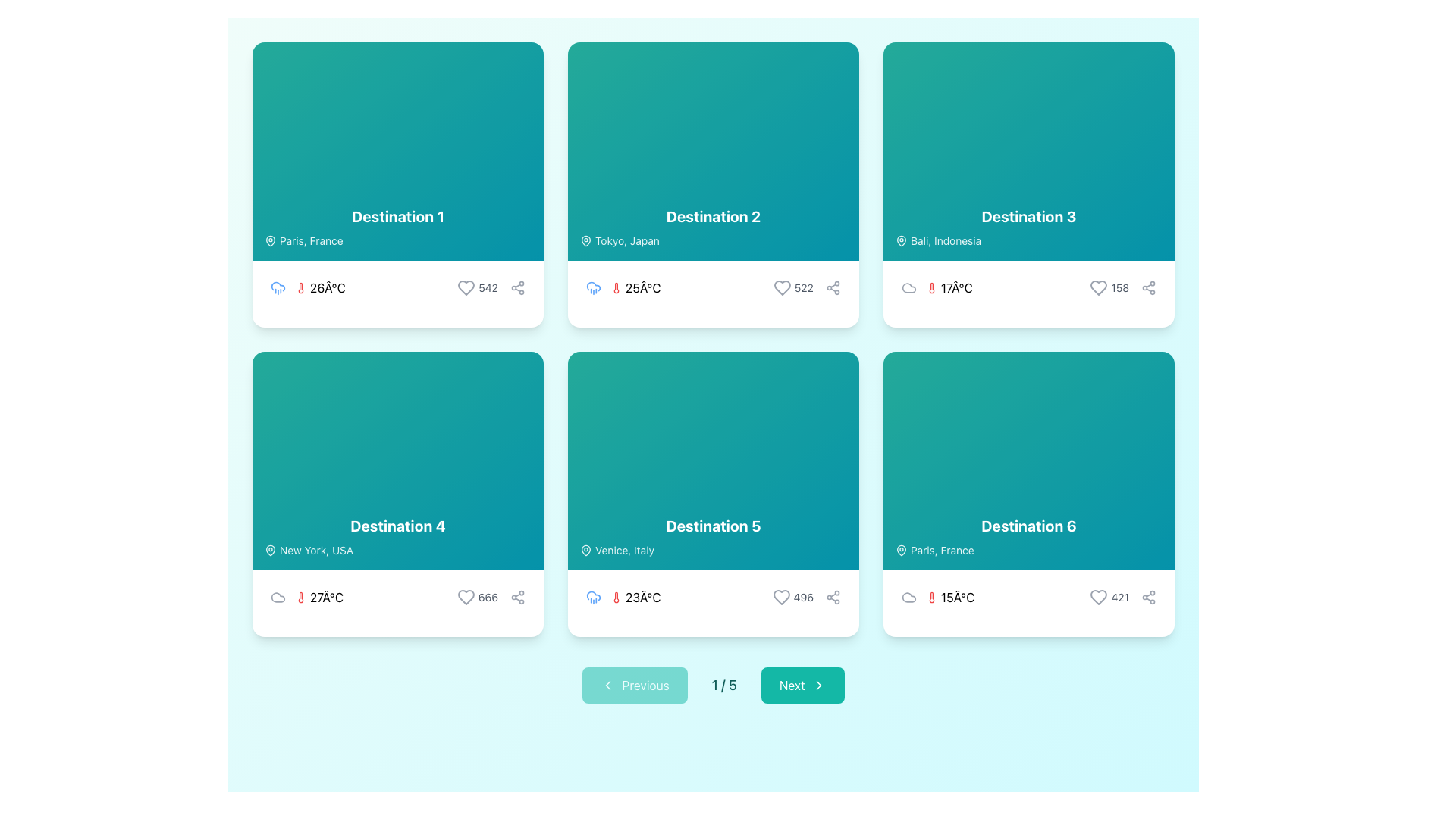  Describe the element at coordinates (491, 596) in the screenshot. I see `the text element displaying the number of likes for 'Destination 4', located in the bottom row of the fourth card between the heart and share icons` at that location.